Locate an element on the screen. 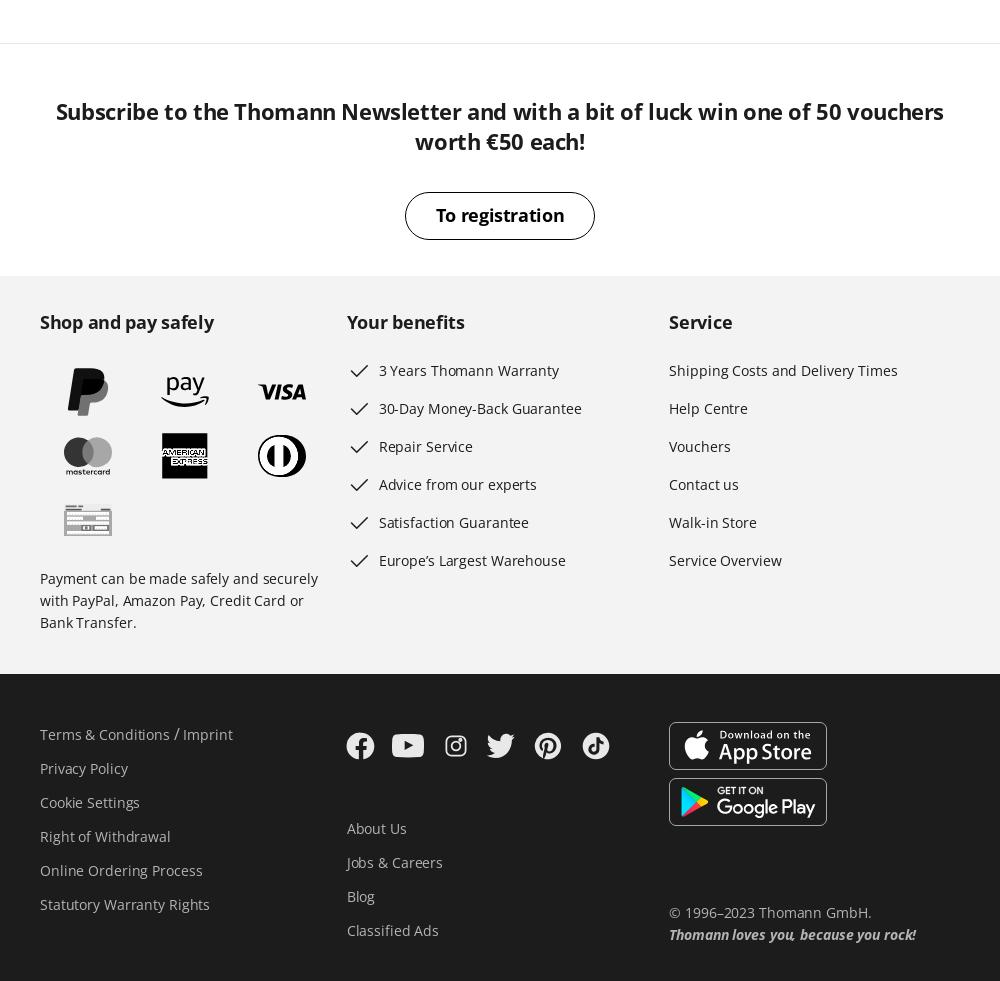 This screenshot has width=1000, height=981. 'Service Overview' is located at coordinates (724, 560).